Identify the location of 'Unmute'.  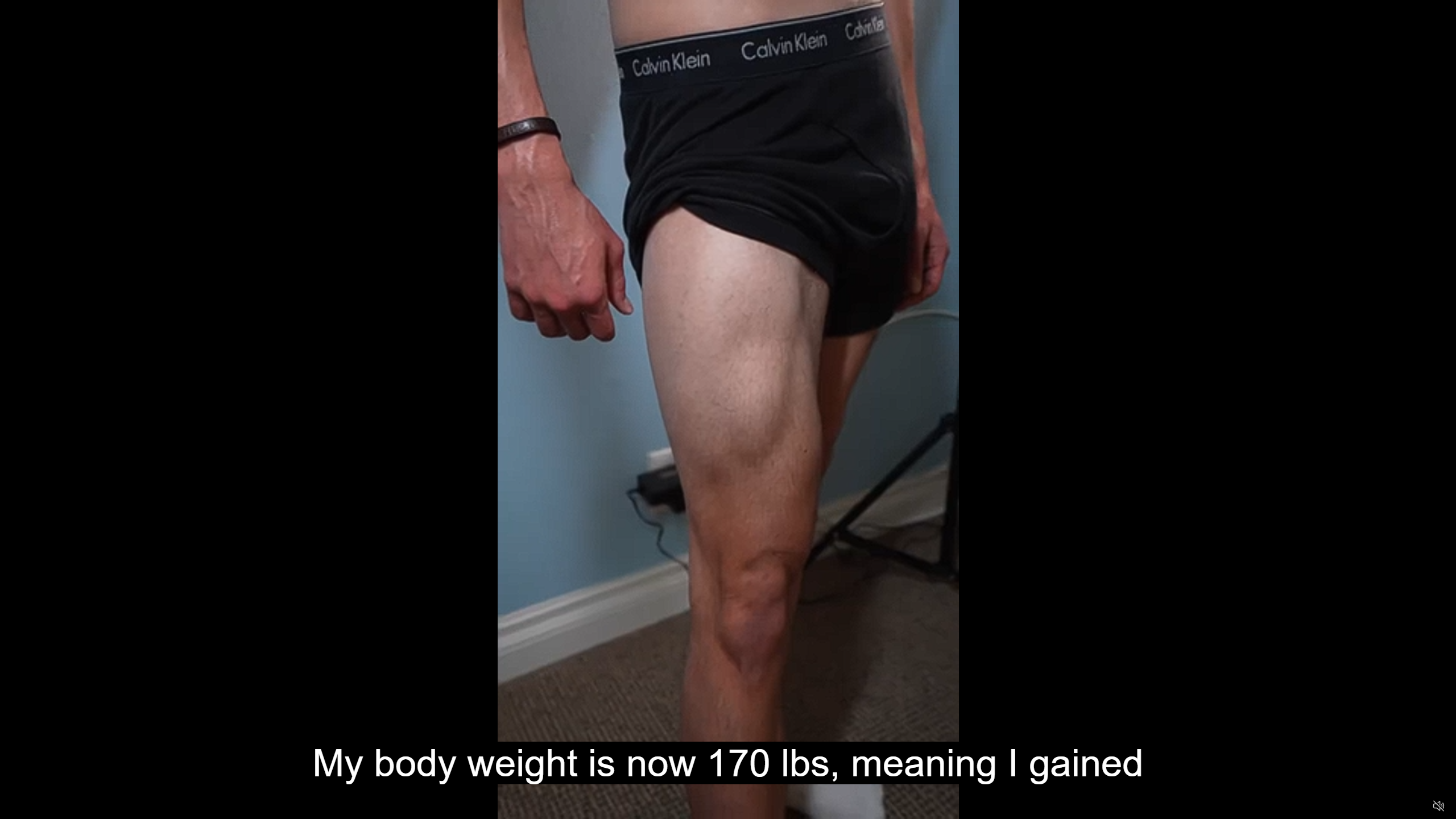
(1438, 805).